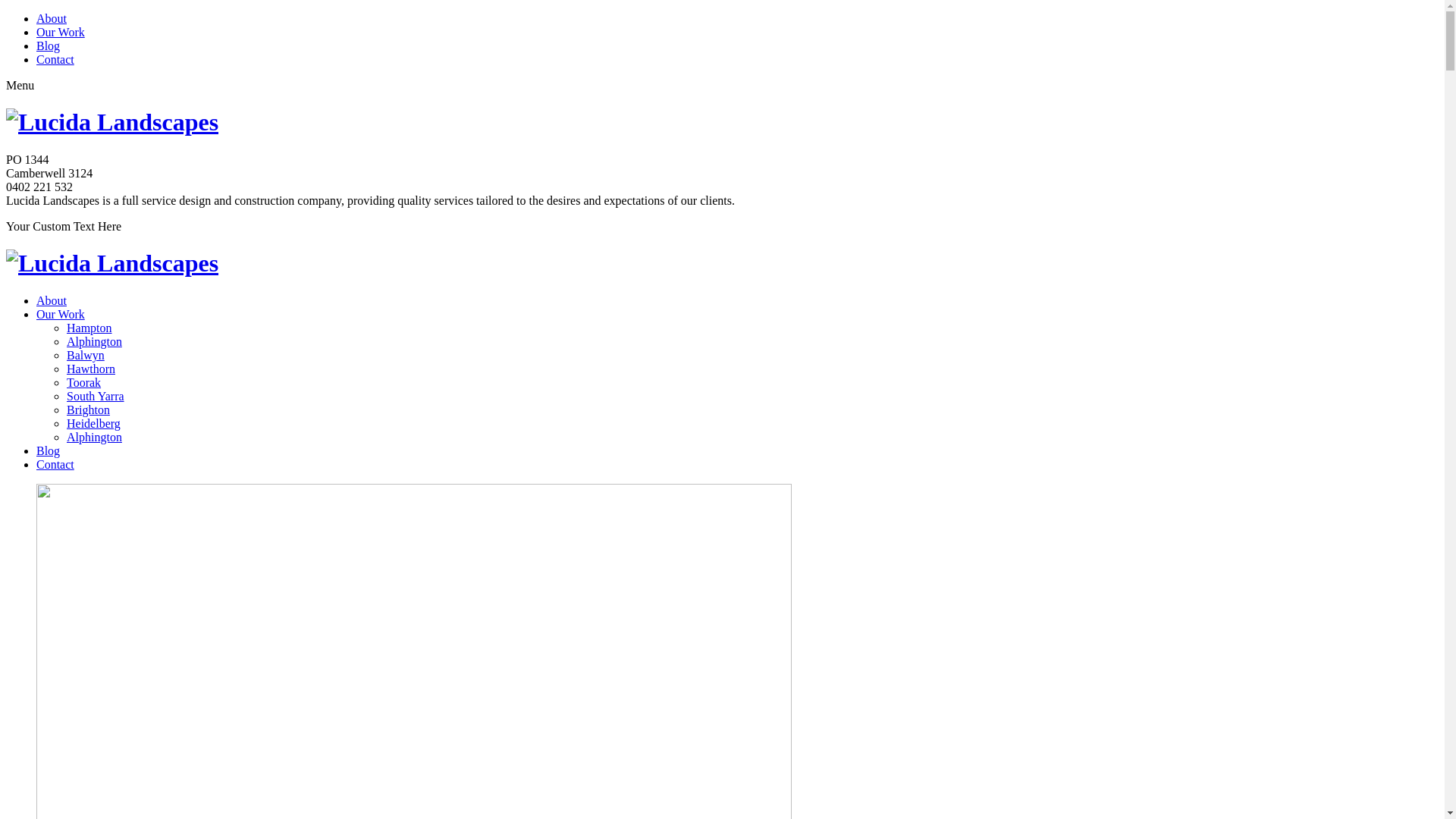  Describe the element at coordinates (93, 341) in the screenshot. I see `'Alphington'` at that location.